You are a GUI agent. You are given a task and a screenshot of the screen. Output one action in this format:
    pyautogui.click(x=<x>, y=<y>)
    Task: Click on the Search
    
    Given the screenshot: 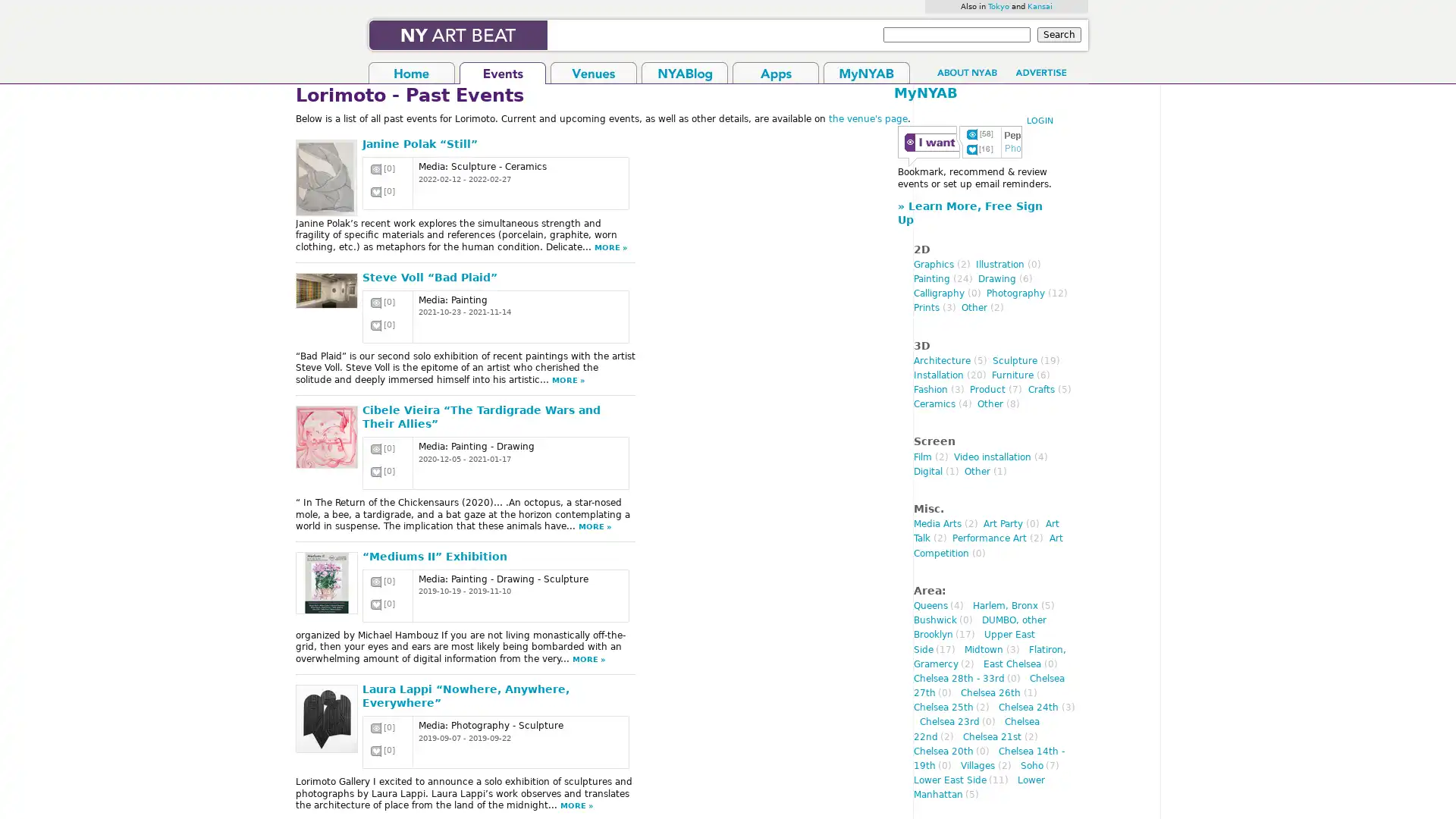 What is the action you would take?
    pyautogui.click(x=1058, y=34)
    